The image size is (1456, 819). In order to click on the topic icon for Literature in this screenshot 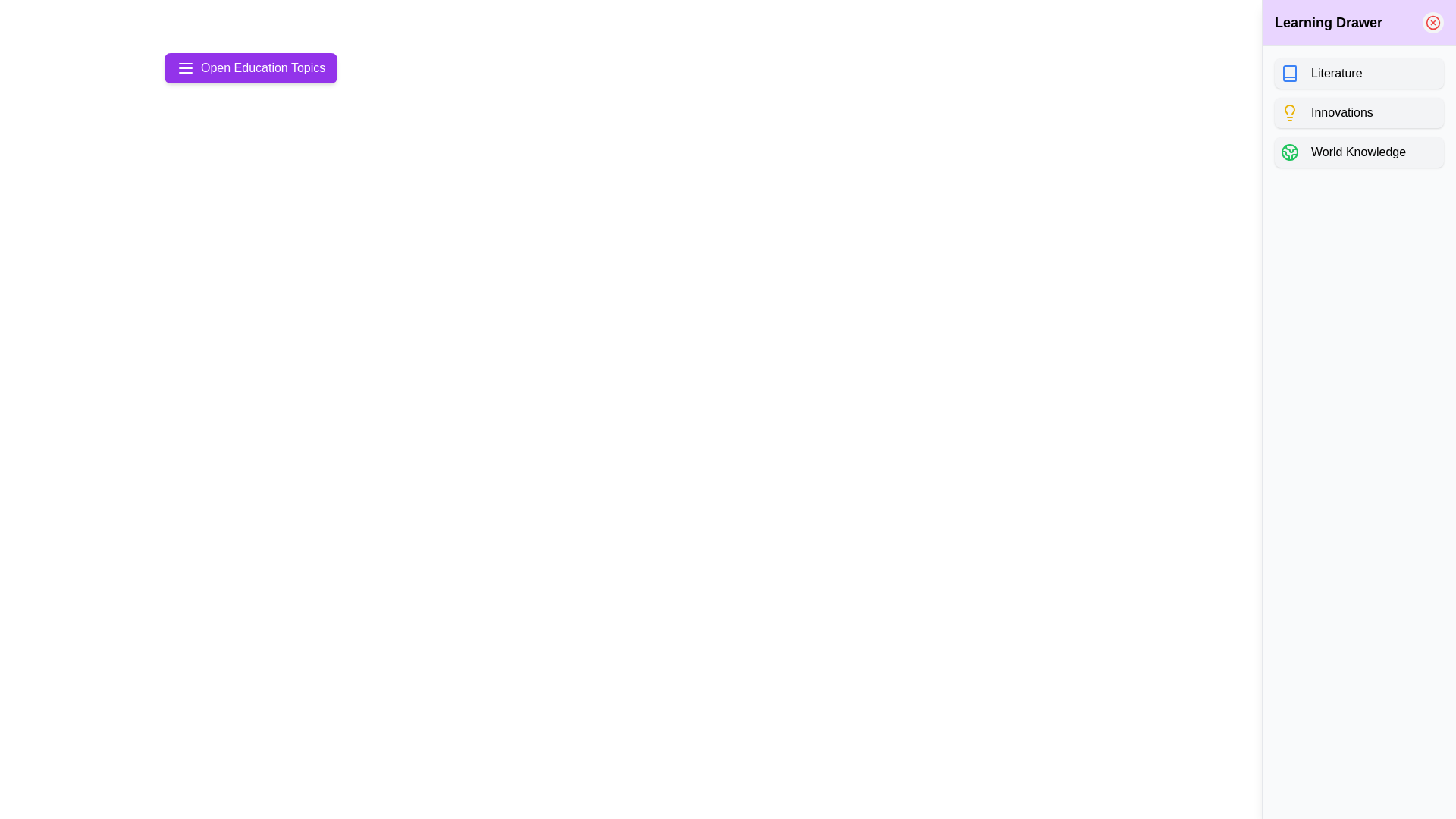, I will do `click(1288, 73)`.